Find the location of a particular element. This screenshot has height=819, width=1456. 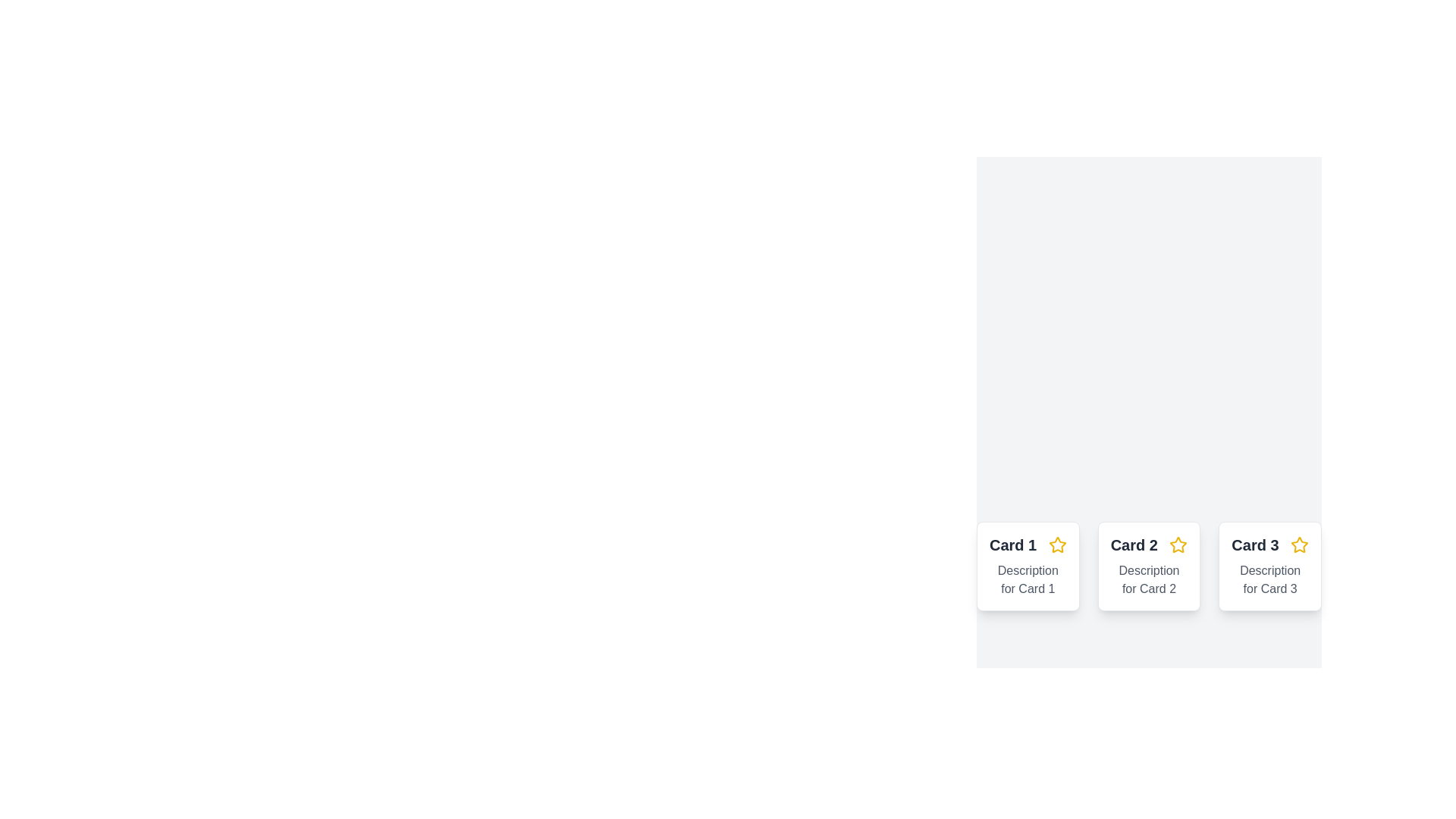

the composite element containing the title 'Card 1' and the yellow star icon, which is the leftmost card in the horizontal list of cards is located at coordinates (1028, 544).